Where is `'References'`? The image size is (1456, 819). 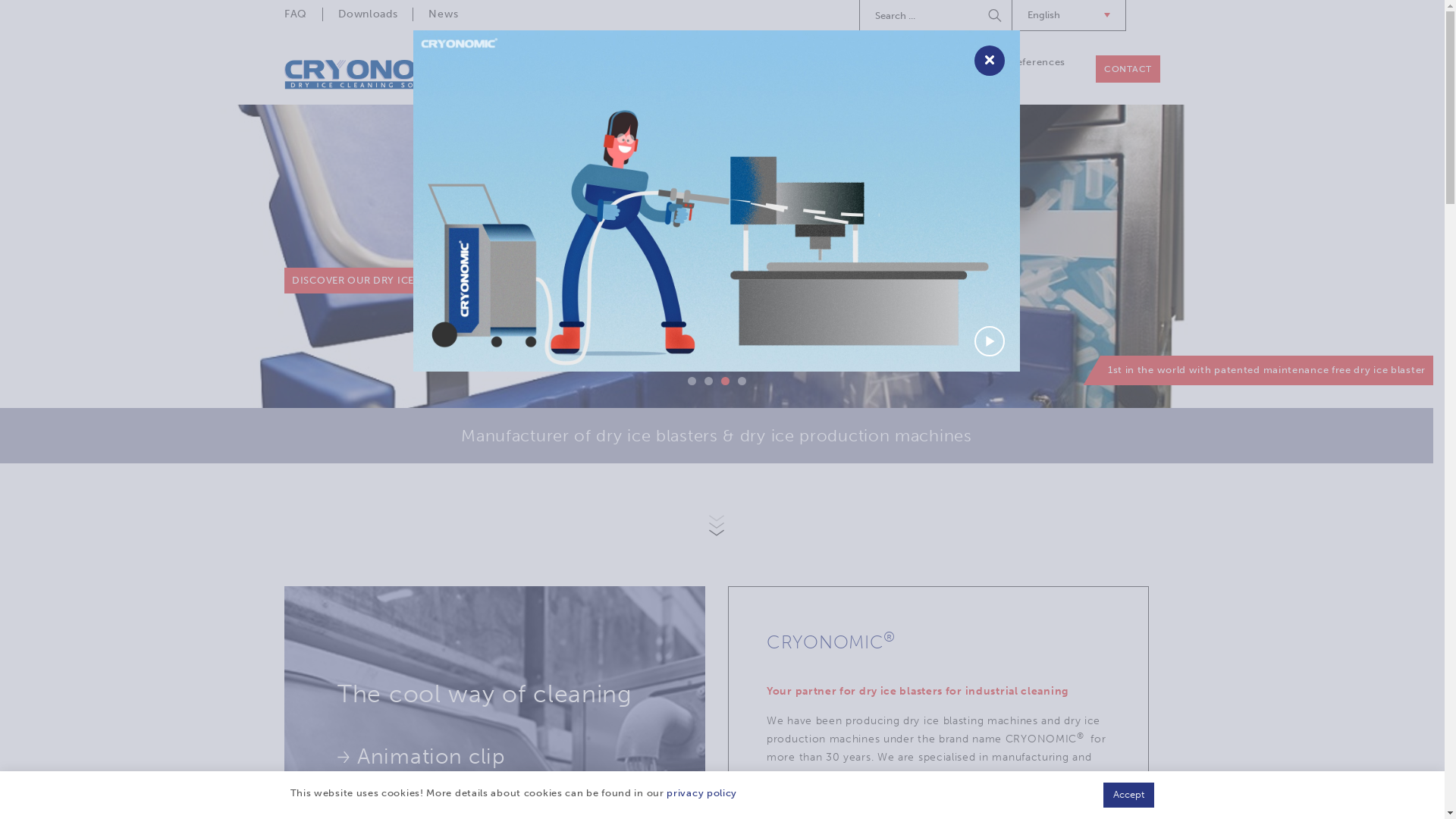 'References' is located at coordinates (1037, 61).